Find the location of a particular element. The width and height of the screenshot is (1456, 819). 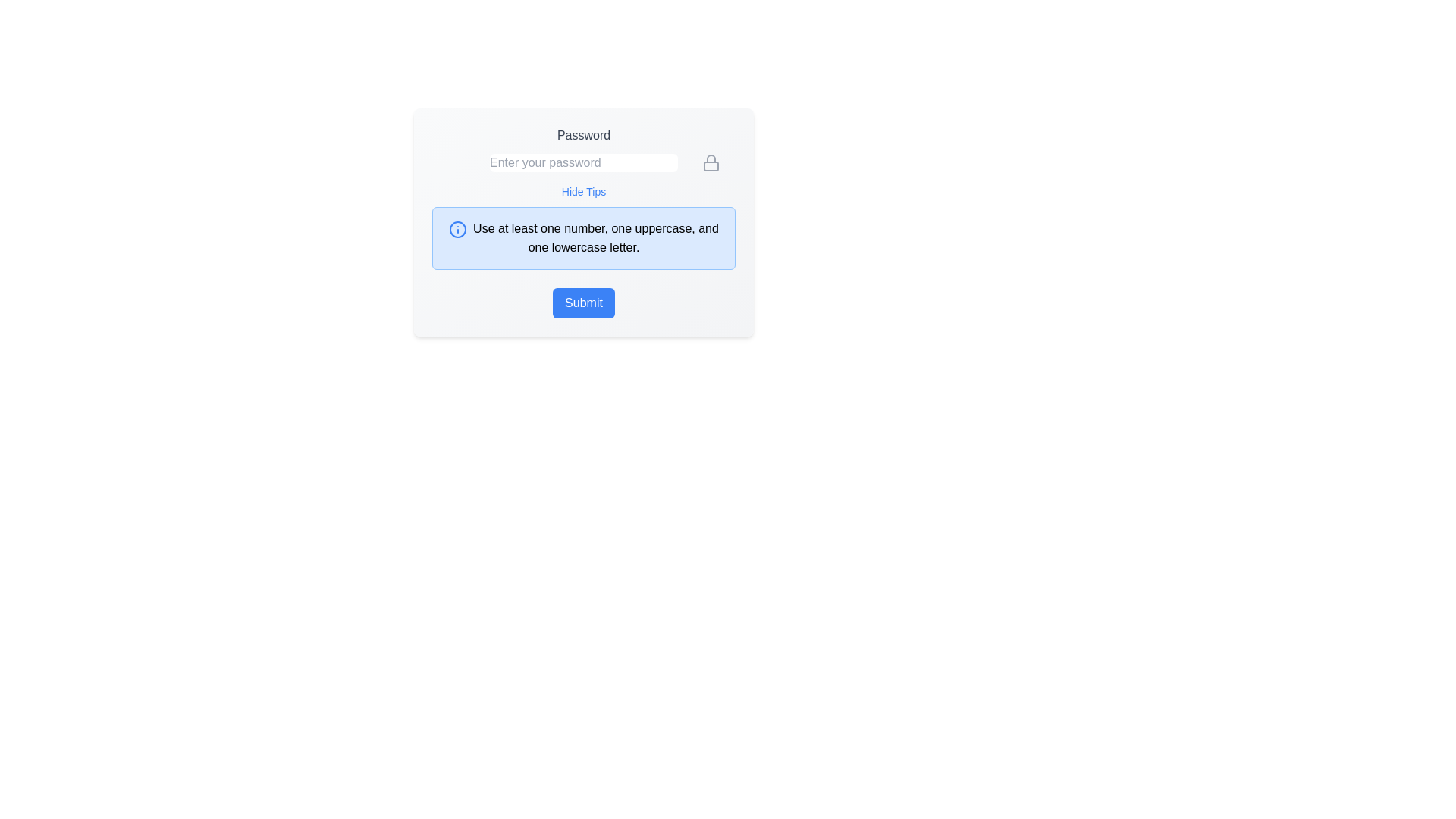

the Guidance Panel that displays a suggestion with a light blue background and an information icon, which advises to 'Use at least one number, one uppercase, and one lowercase letter.' is located at coordinates (582, 222).